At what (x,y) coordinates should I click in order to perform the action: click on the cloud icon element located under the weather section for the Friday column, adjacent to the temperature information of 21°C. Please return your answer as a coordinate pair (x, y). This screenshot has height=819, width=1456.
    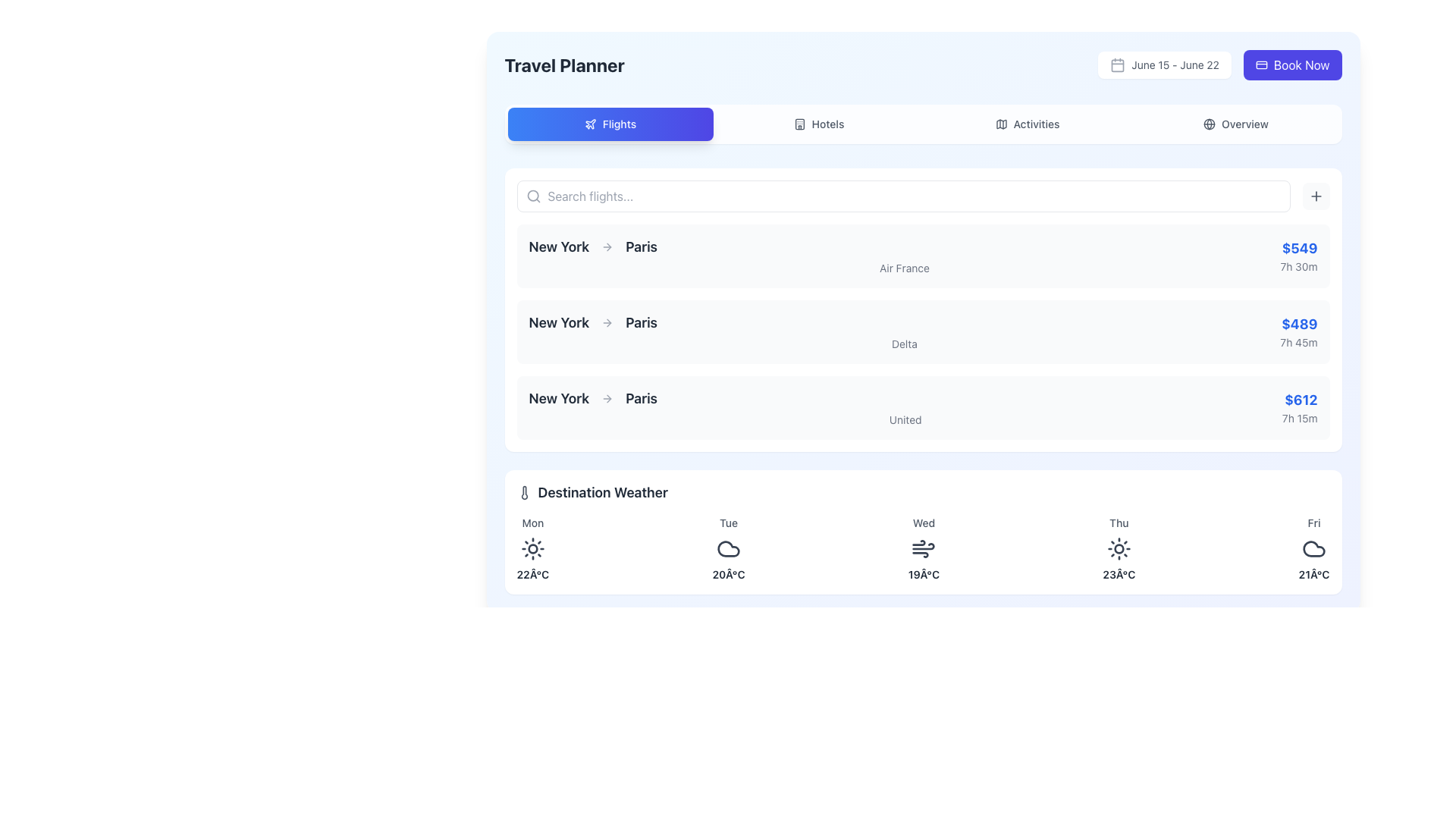
    Looking at the image, I should click on (1313, 549).